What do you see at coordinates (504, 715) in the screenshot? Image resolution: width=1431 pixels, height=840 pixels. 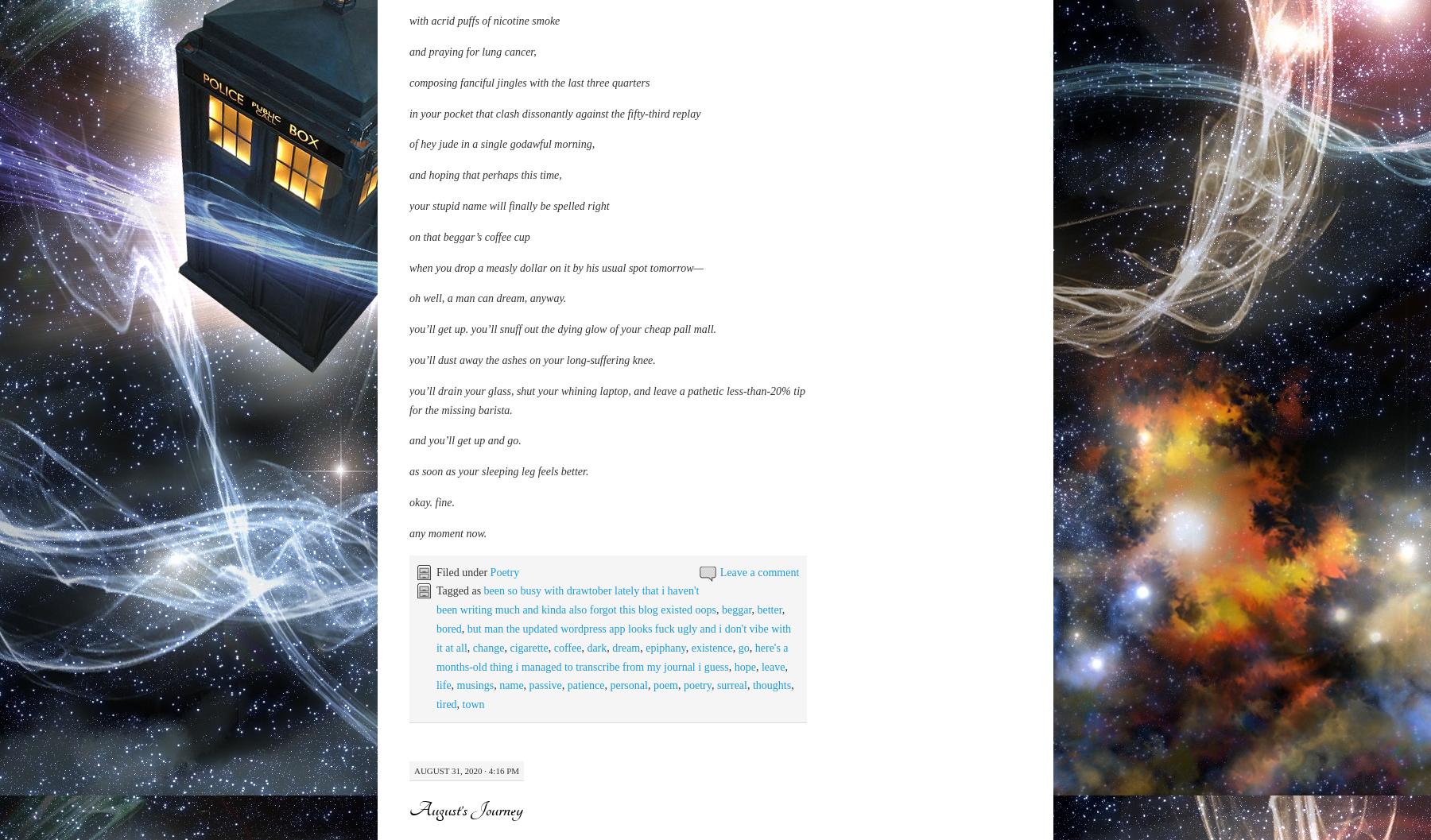 I see `'Poetry'` at bounding box center [504, 715].